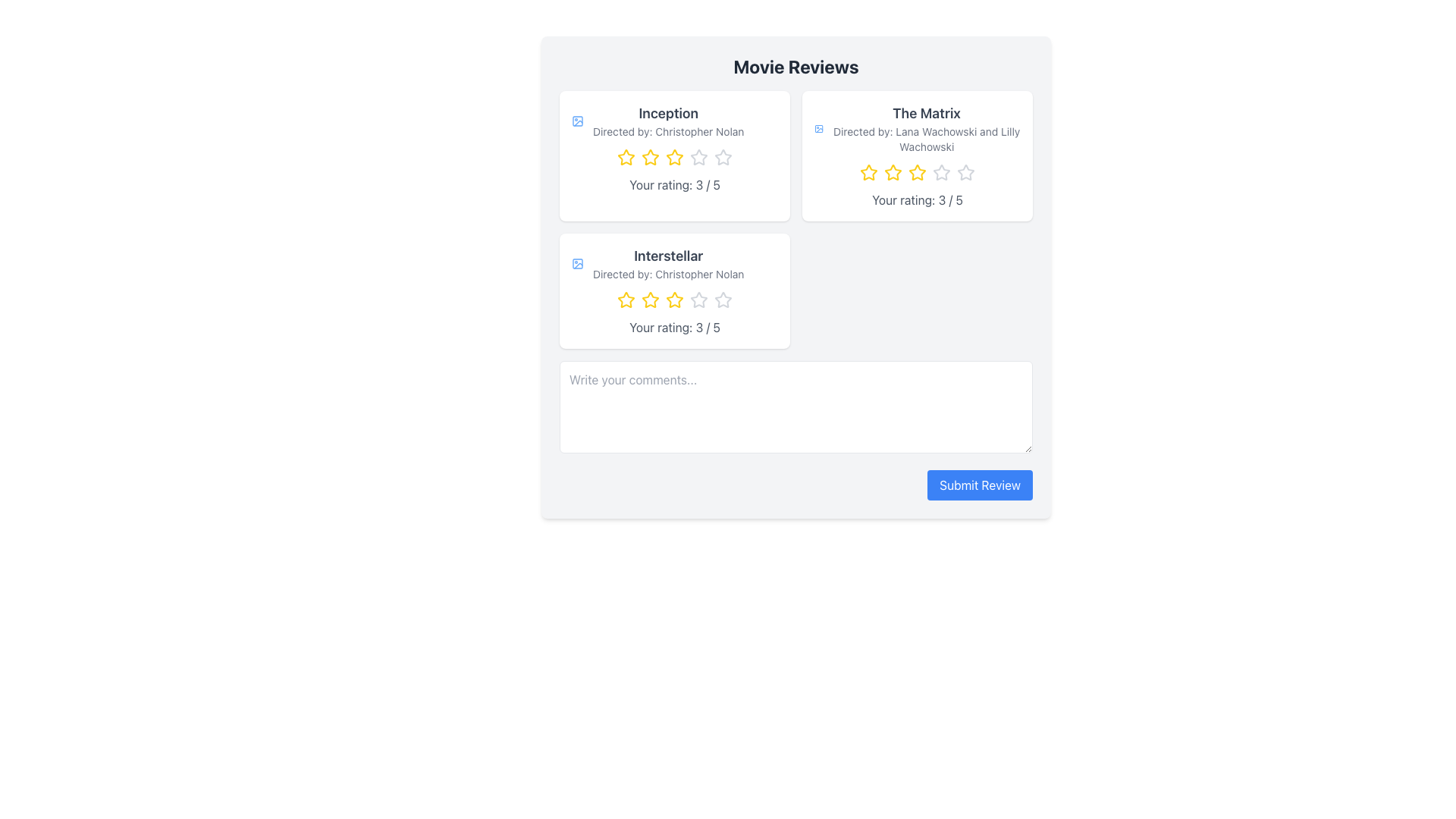 This screenshot has width=1456, height=819. I want to click on the small blue photo image icon located at the top left corner of 'The Matrix' card, so click(818, 127).